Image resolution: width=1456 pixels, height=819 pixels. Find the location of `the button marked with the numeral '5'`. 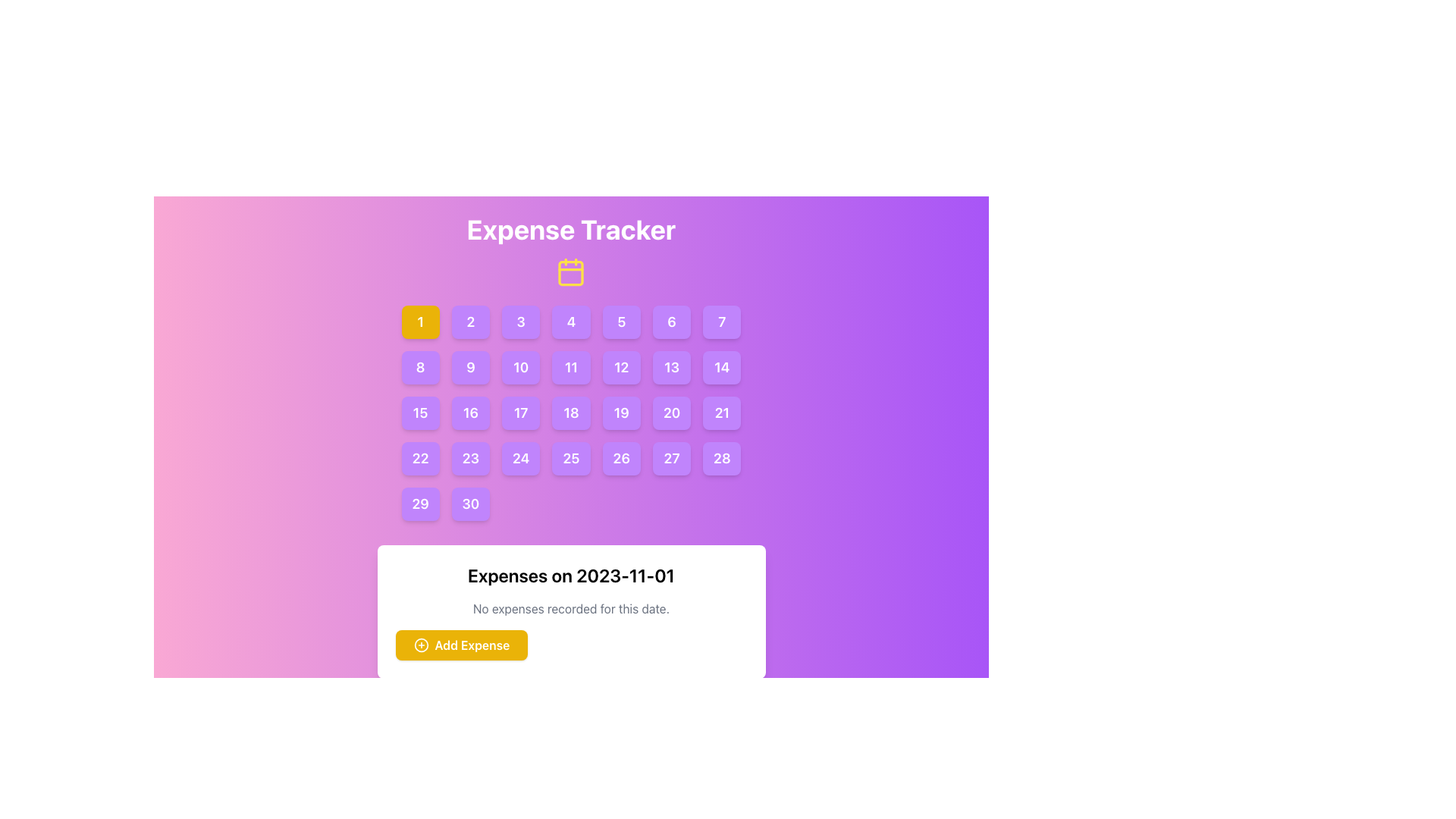

the button marked with the numeral '5' is located at coordinates (621, 321).